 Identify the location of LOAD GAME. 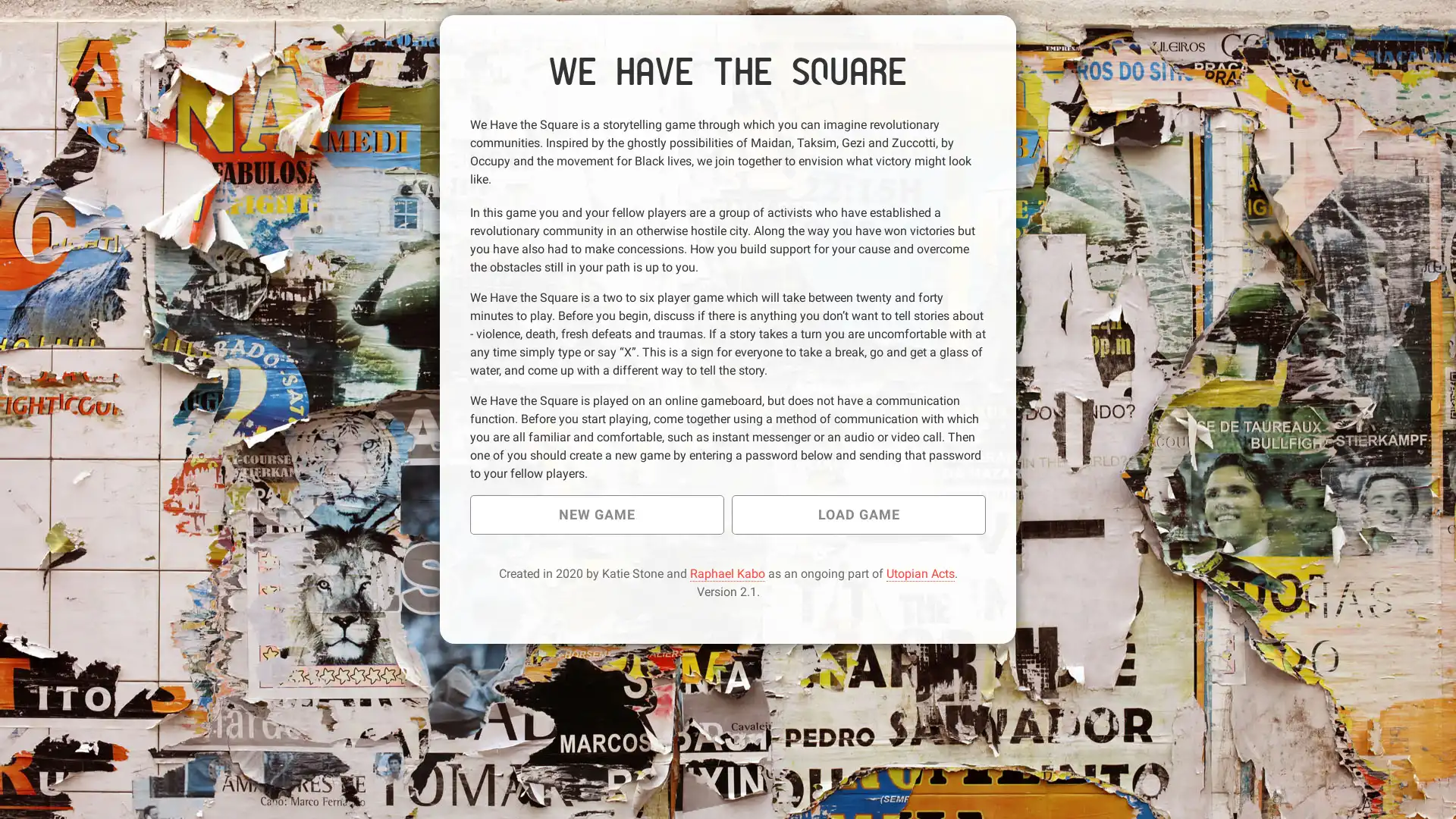
(858, 513).